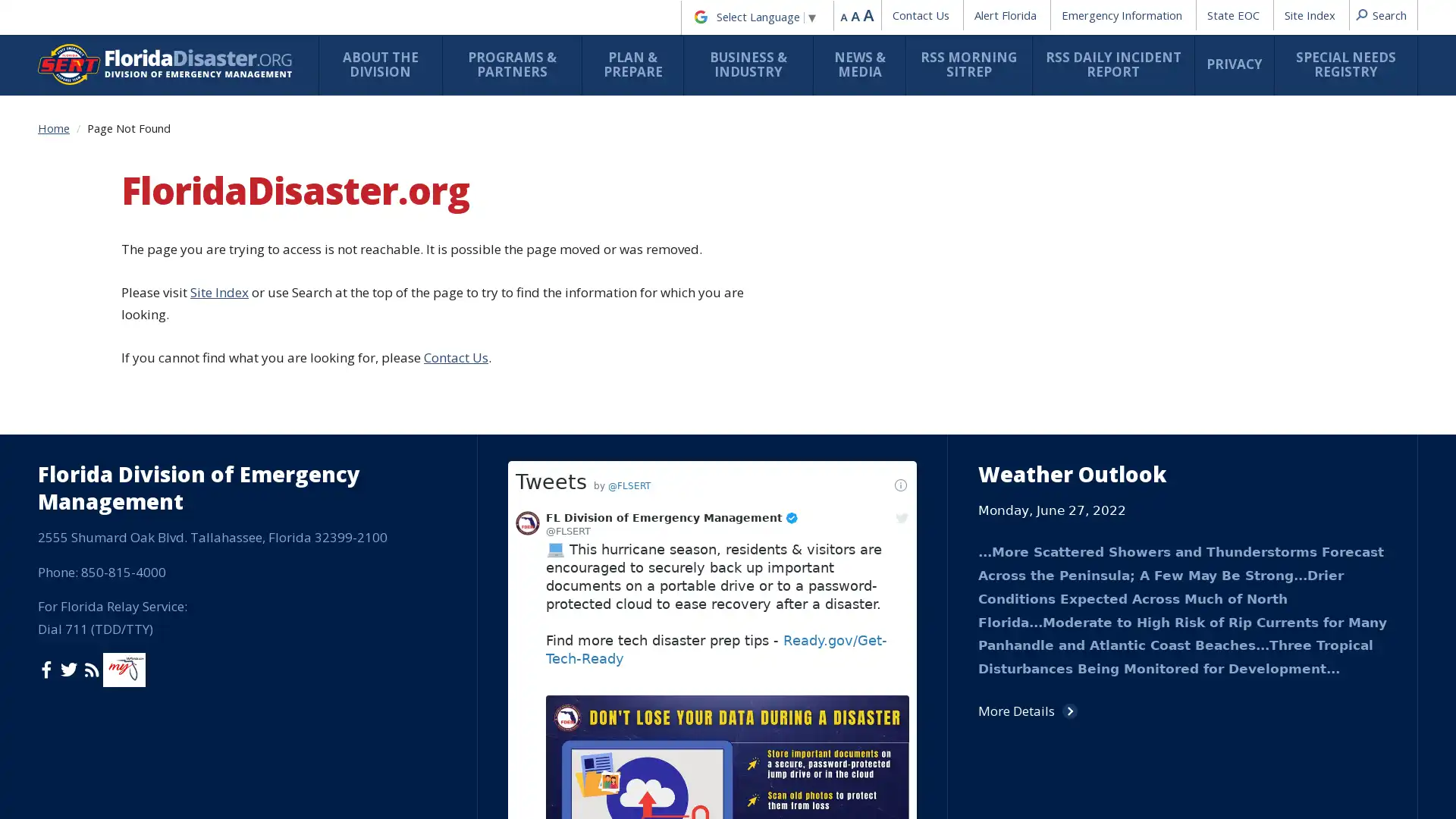 The image size is (1456, 819). Describe the element at coordinates (871, 296) in the screenshot. I see `Toggle More` at that location.